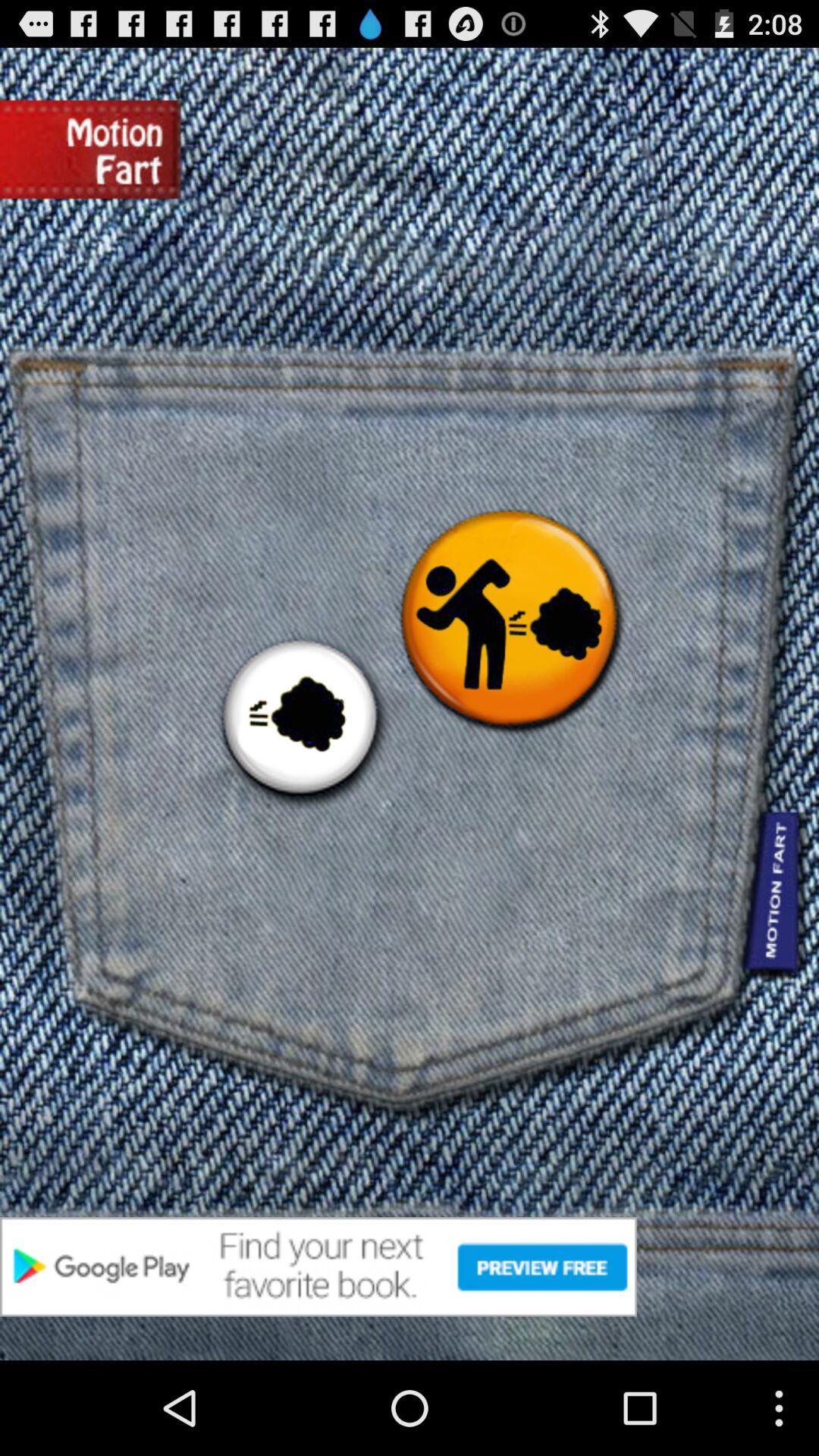 The width and height of the screenshot is (819, 1456). I want to click on google play books advertisement, so click(409, 1266).